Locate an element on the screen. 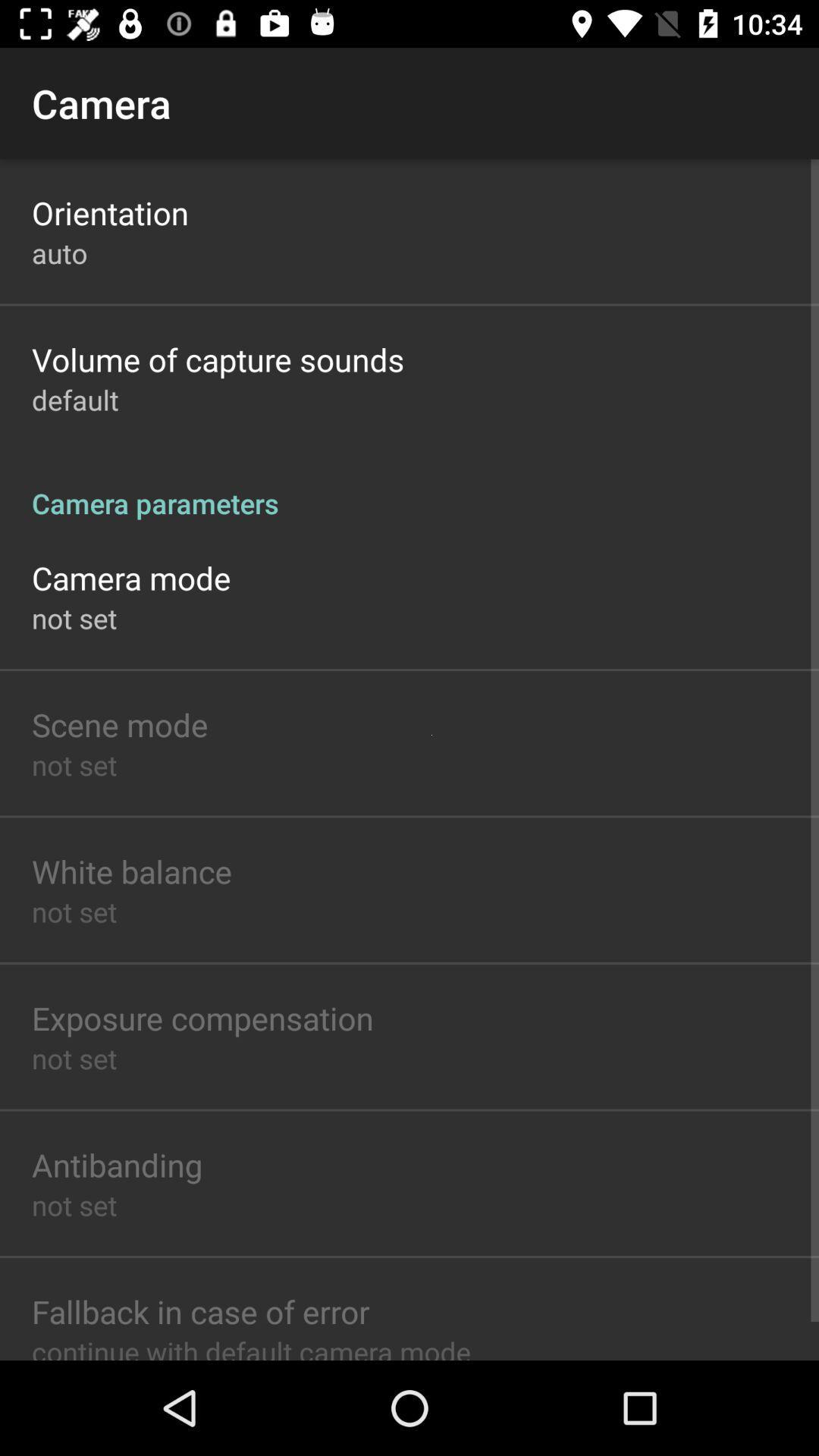  the camera parameters icon is located at coordinates (409, 487).